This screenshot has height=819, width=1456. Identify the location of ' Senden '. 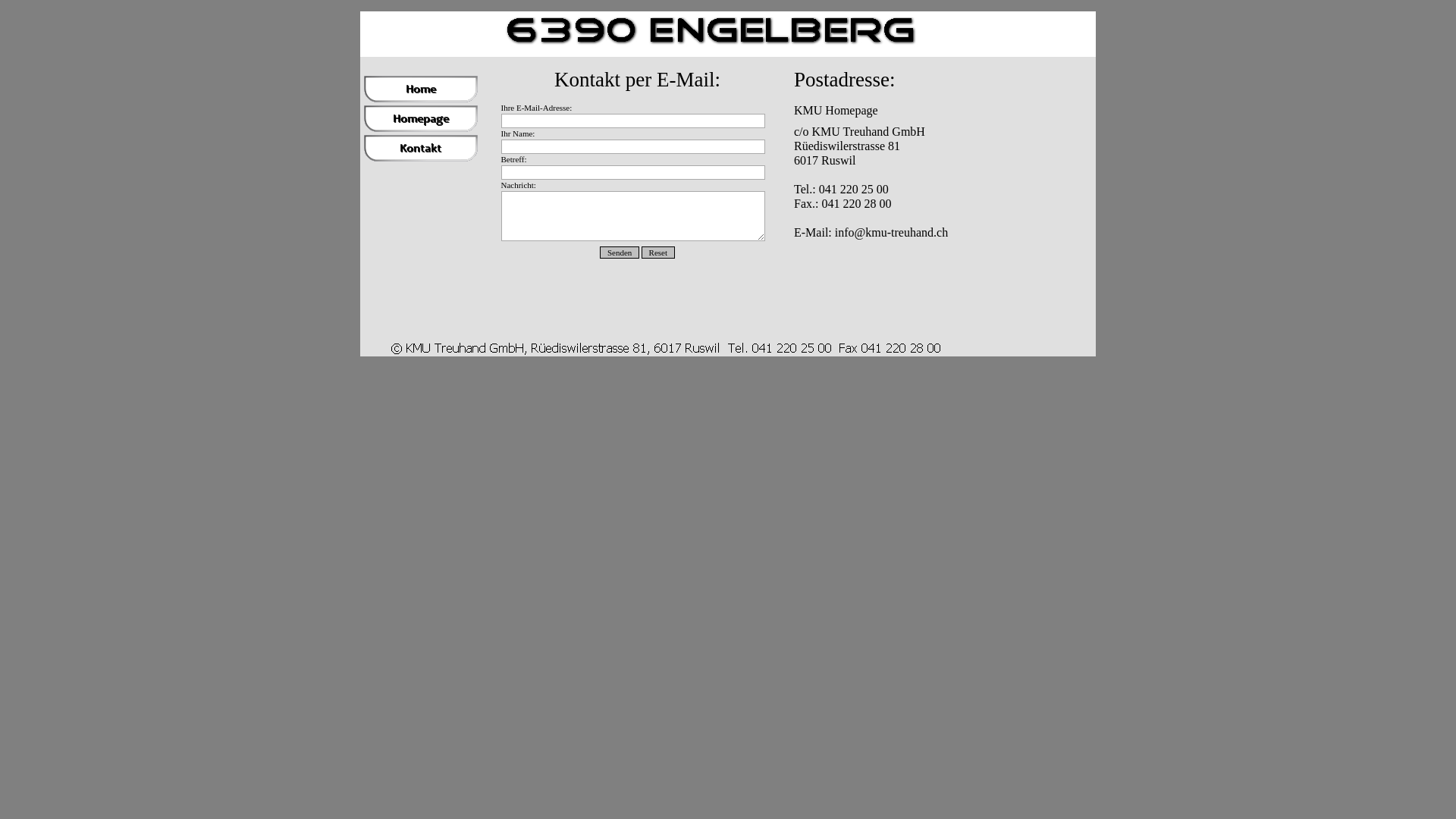
(619, 251).